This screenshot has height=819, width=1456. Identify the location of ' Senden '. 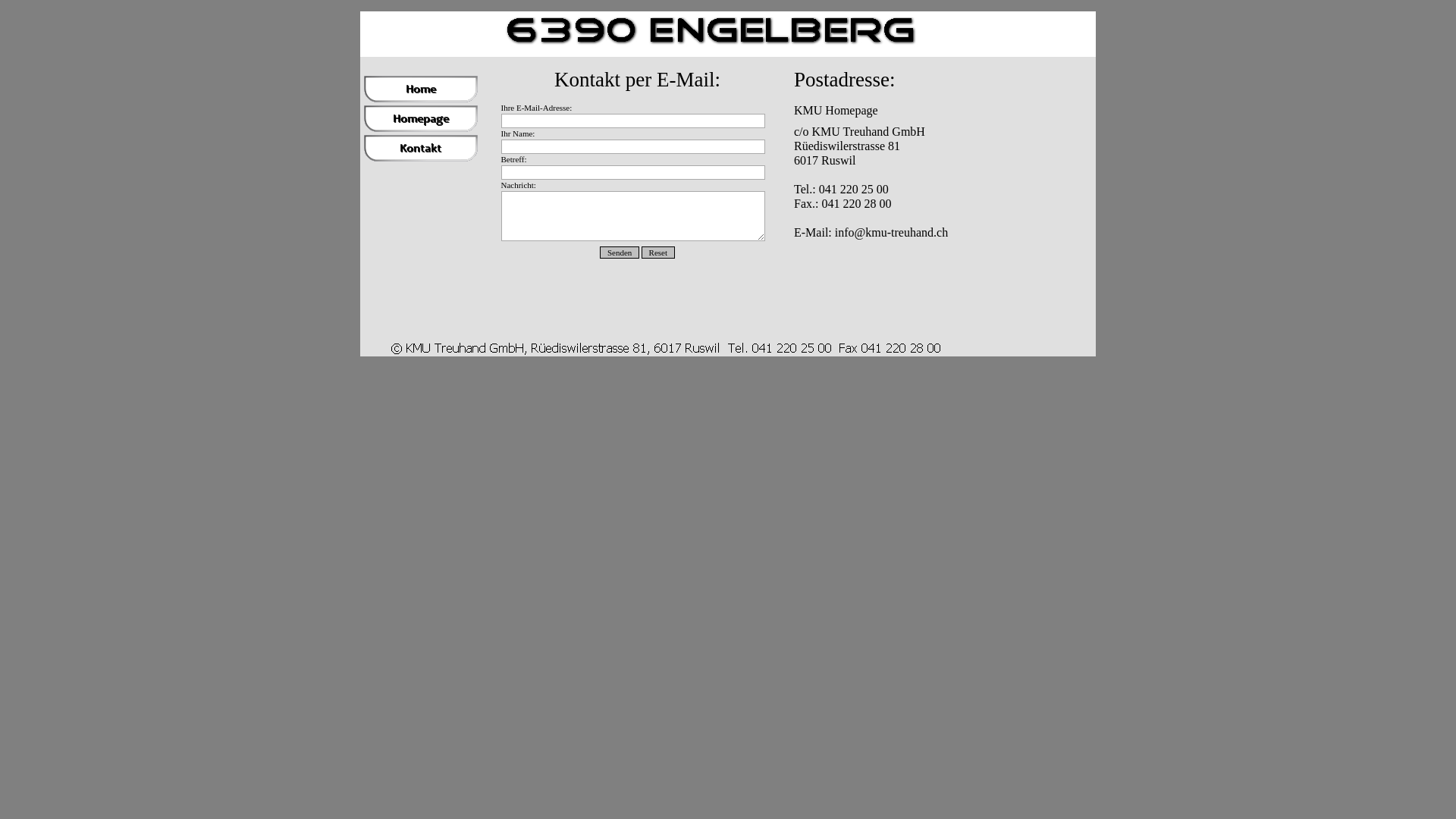
(619, 251).